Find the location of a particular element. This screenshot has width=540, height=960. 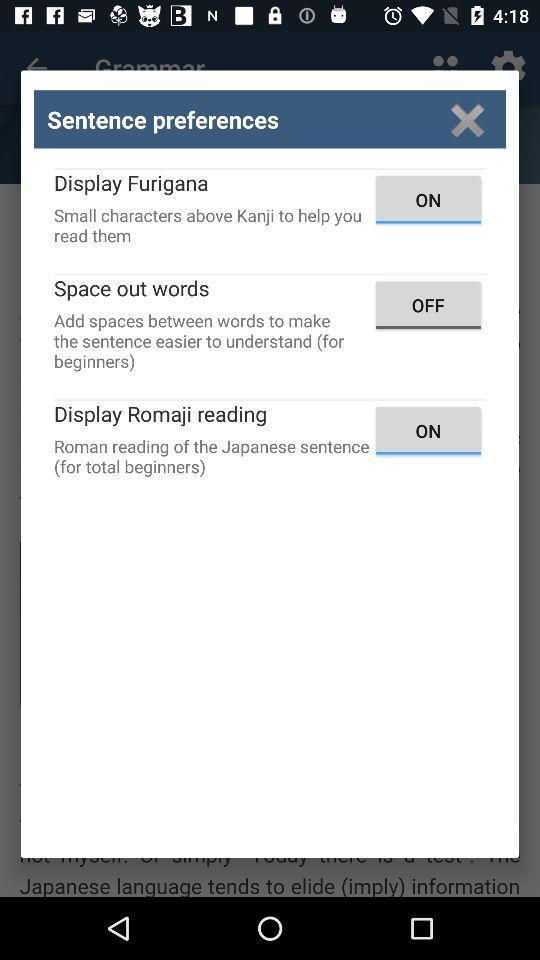

item to the right of space out words is located at coordinates (427, 305).